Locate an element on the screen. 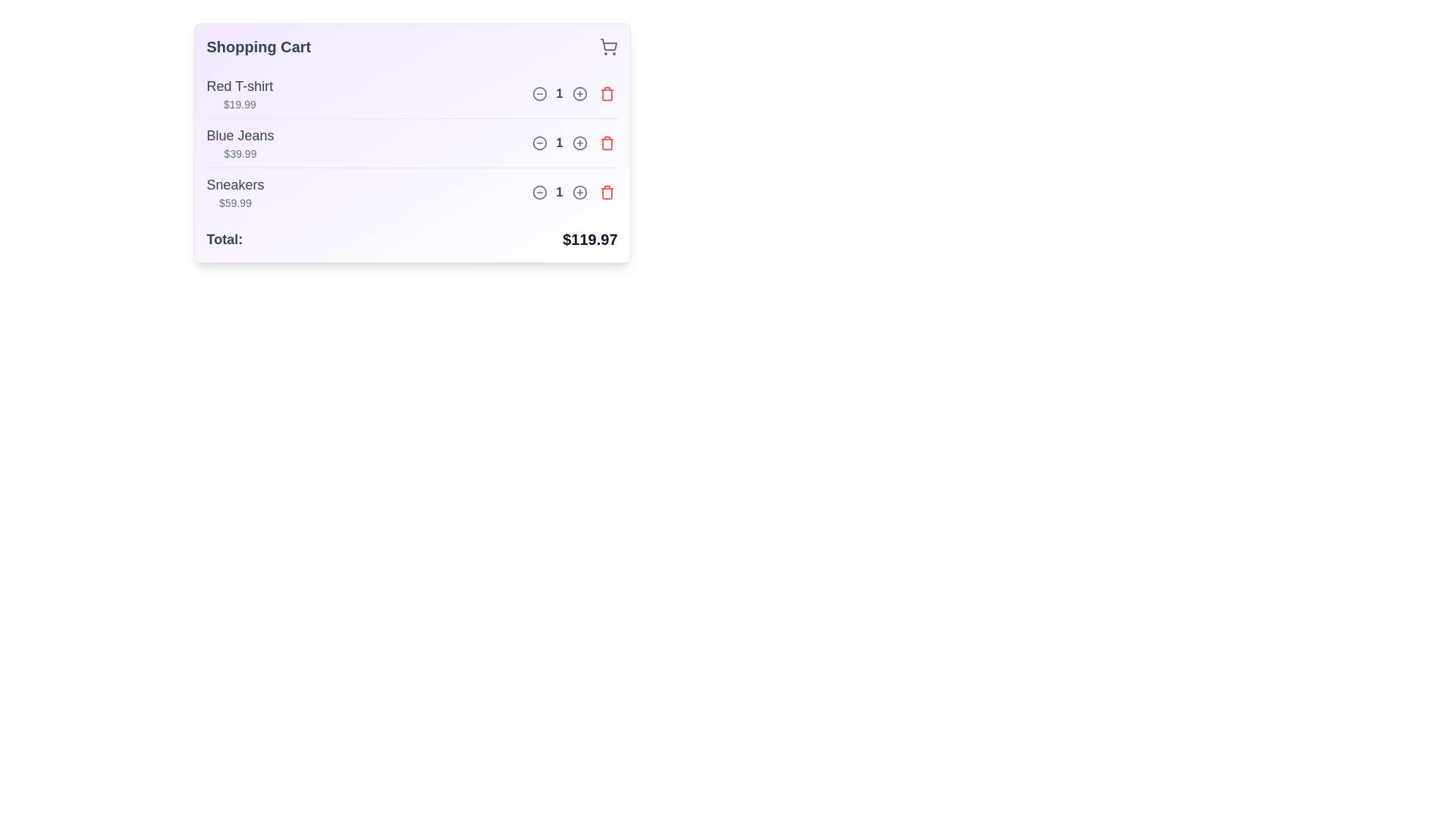 Image resolution: width=1456 pixels, height=819 pixels. the shopping cart icon located in the top-right corner of the 'Shopping Cart' panel is located at coordinates (608, 44).